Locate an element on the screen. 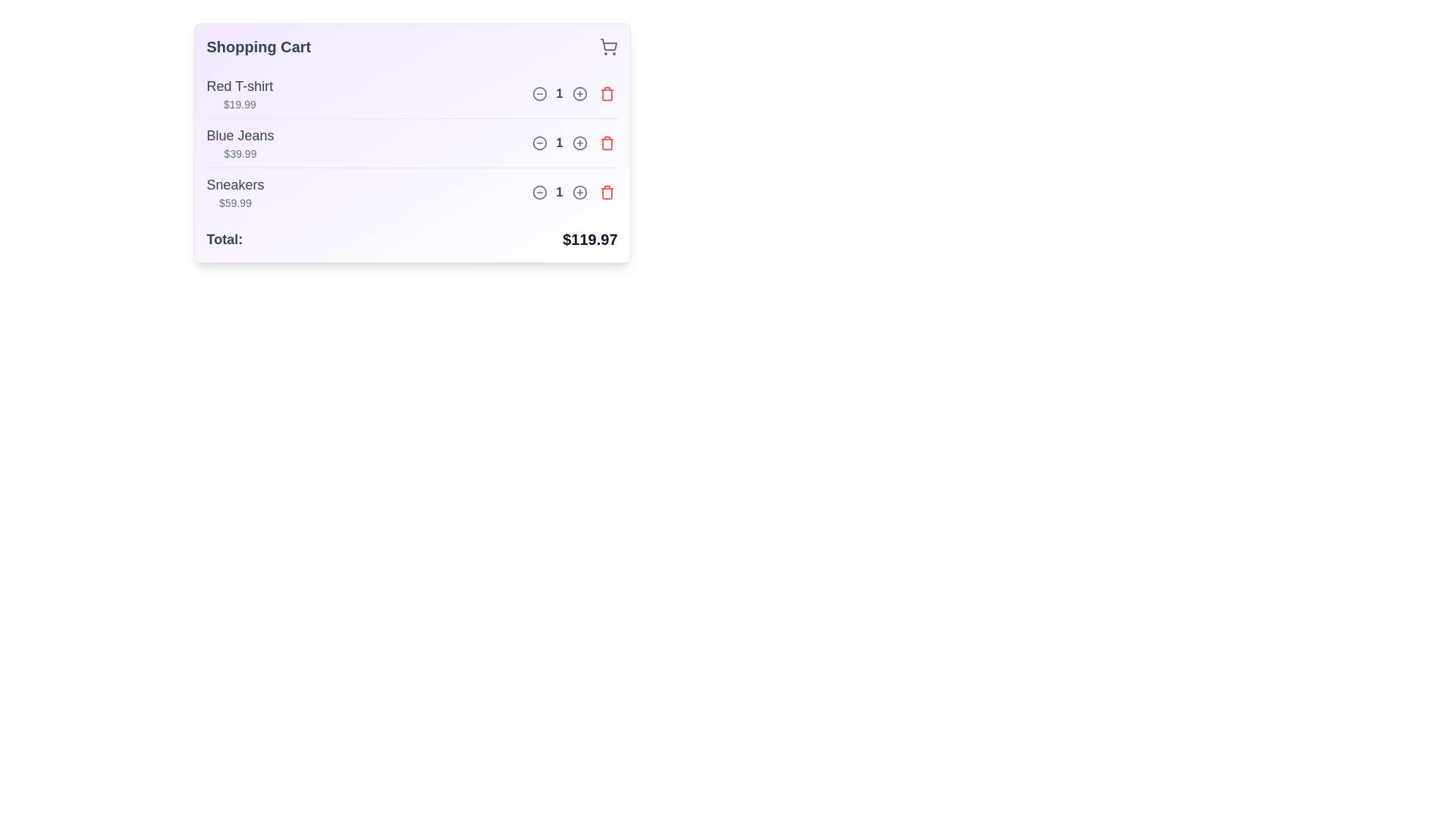 Image resolution: width=1456 pixels, height=819 pixels. the shopping cart icon located in the top-right corner of the 'Shopping Cart' panel is located at coordinates (608, 44).